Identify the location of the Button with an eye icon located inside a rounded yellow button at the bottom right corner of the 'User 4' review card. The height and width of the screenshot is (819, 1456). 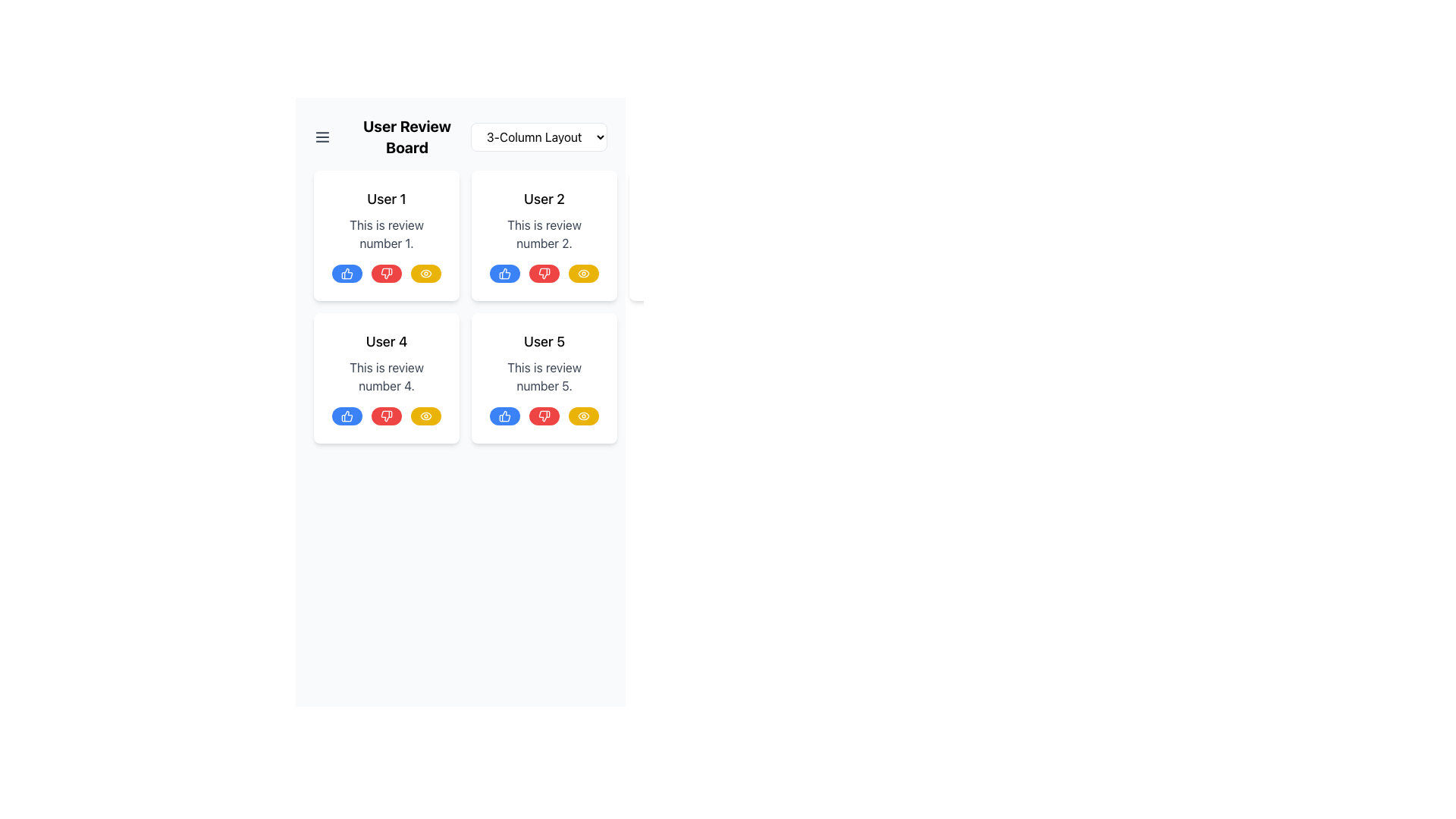
(582, 416).